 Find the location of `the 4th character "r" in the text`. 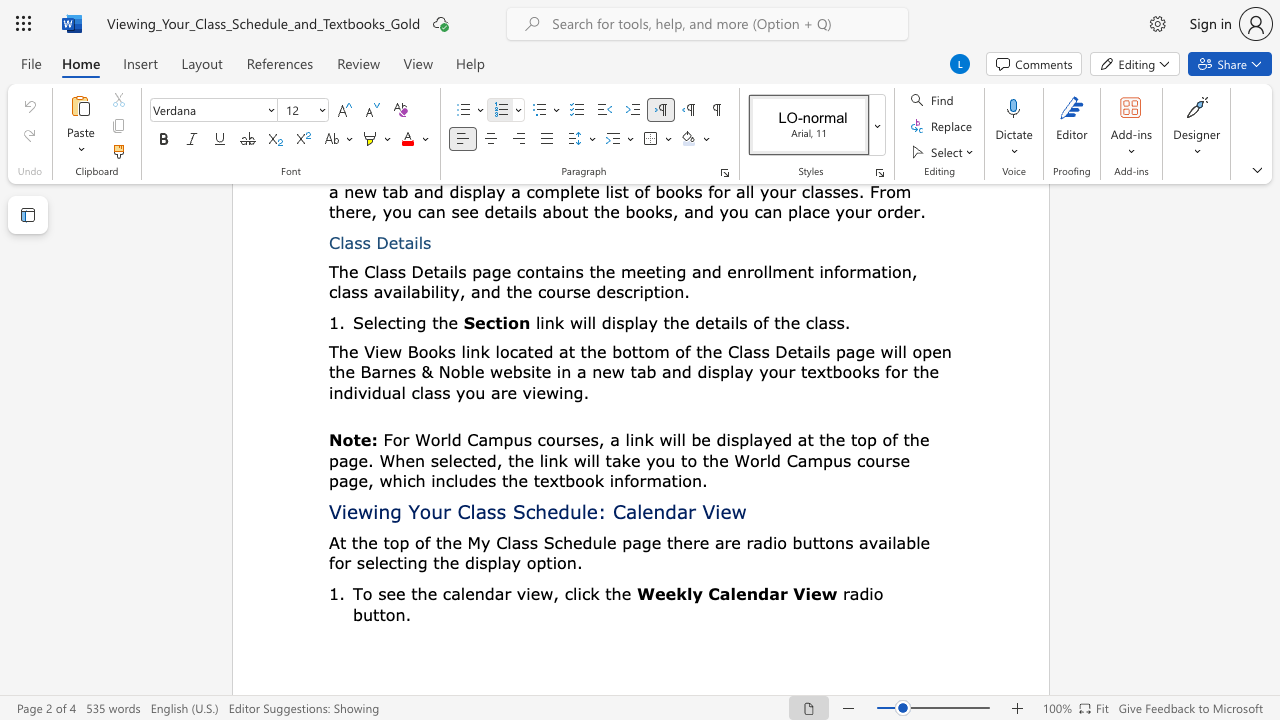

the 4th character "r" in the text is located at coordinates (762, 460).